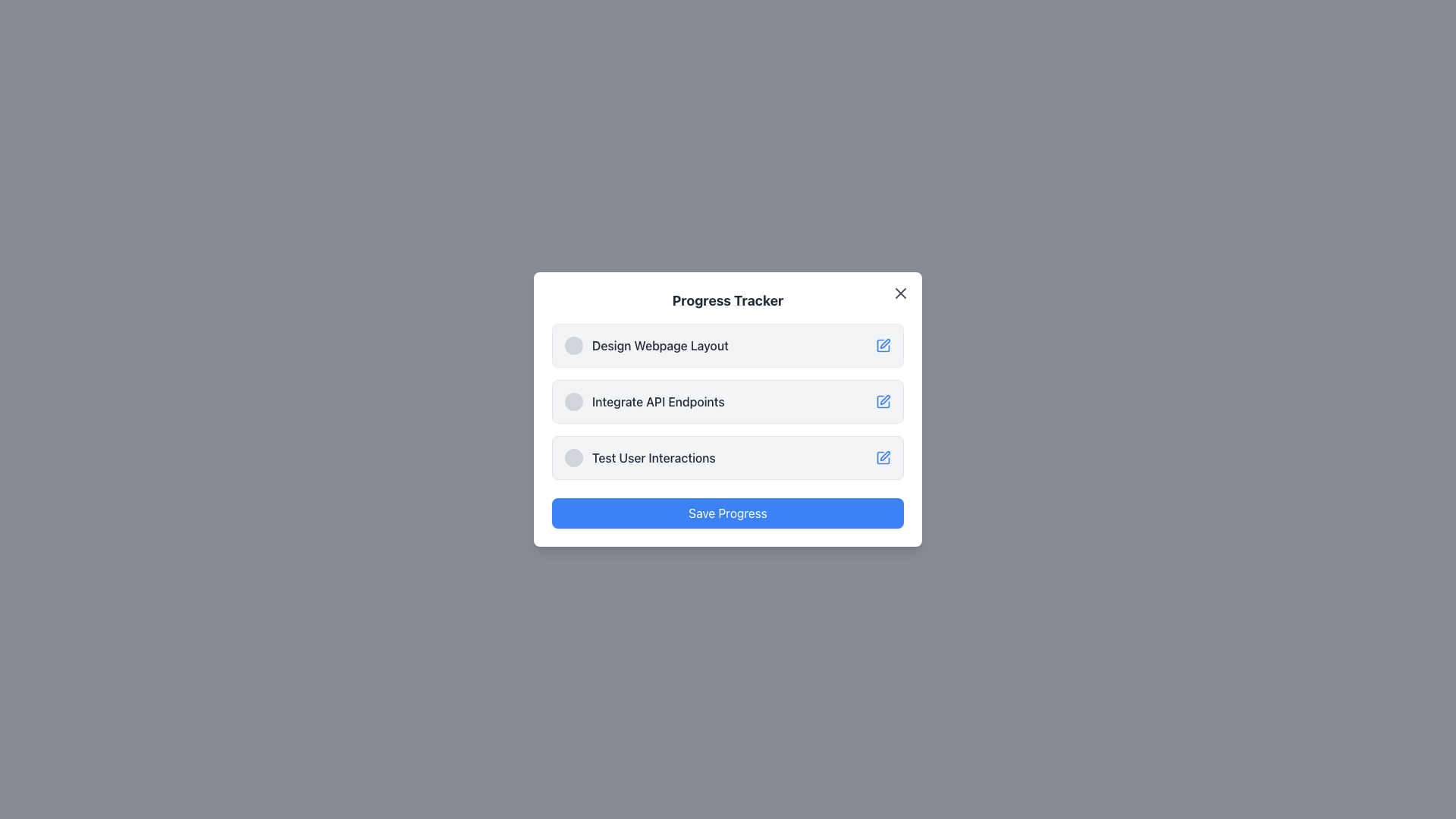 This screenshot has height=819, width=1456. Describe the element at coordinates (901, 293) in the screenshot. I see `the close button icon located in the upper-right corner of the 'Progress Tracker' modal dialog` at that location.